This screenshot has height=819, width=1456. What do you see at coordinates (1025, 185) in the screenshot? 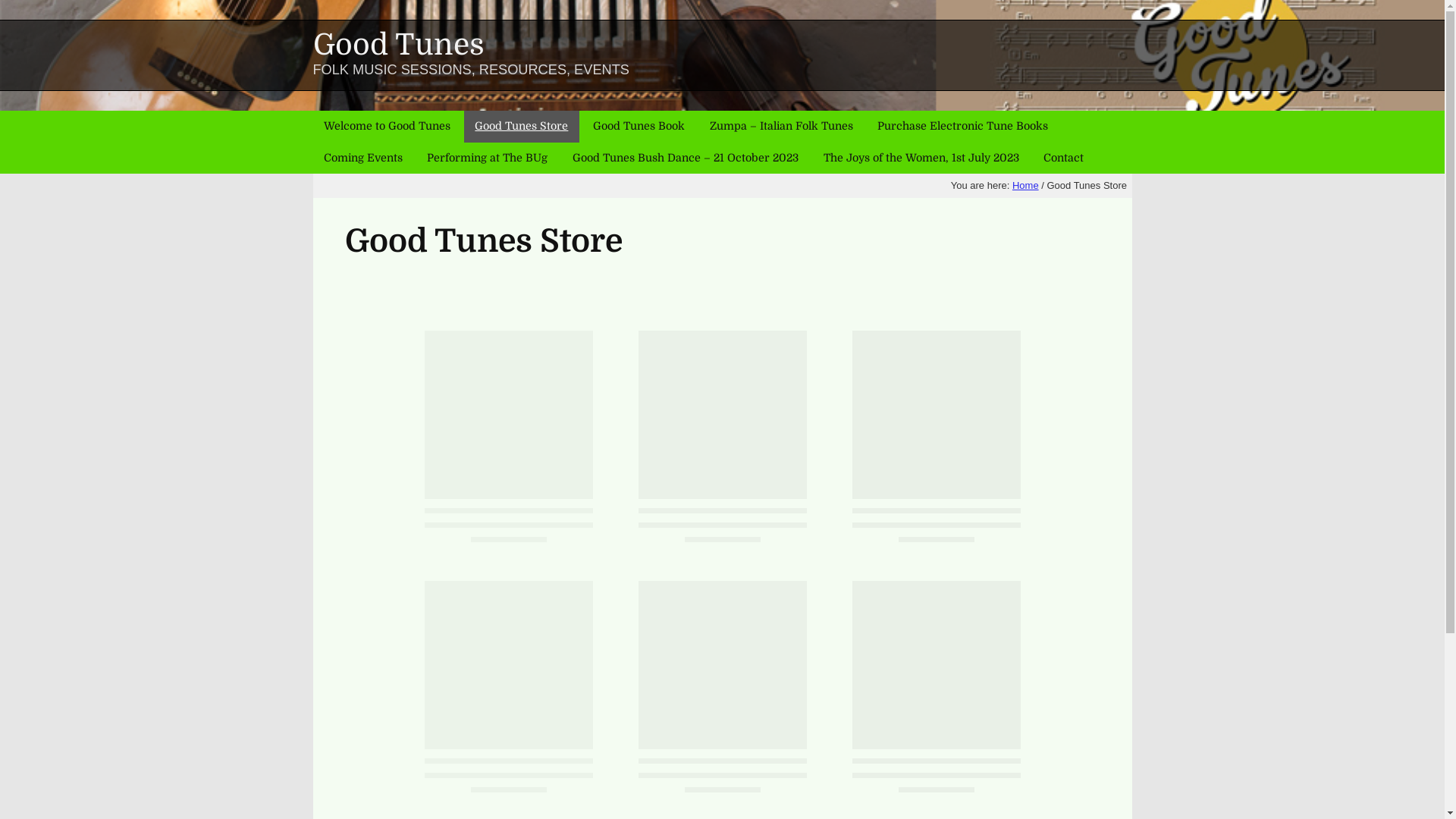
I see `'Home'` at bounding box center [1025, 185].